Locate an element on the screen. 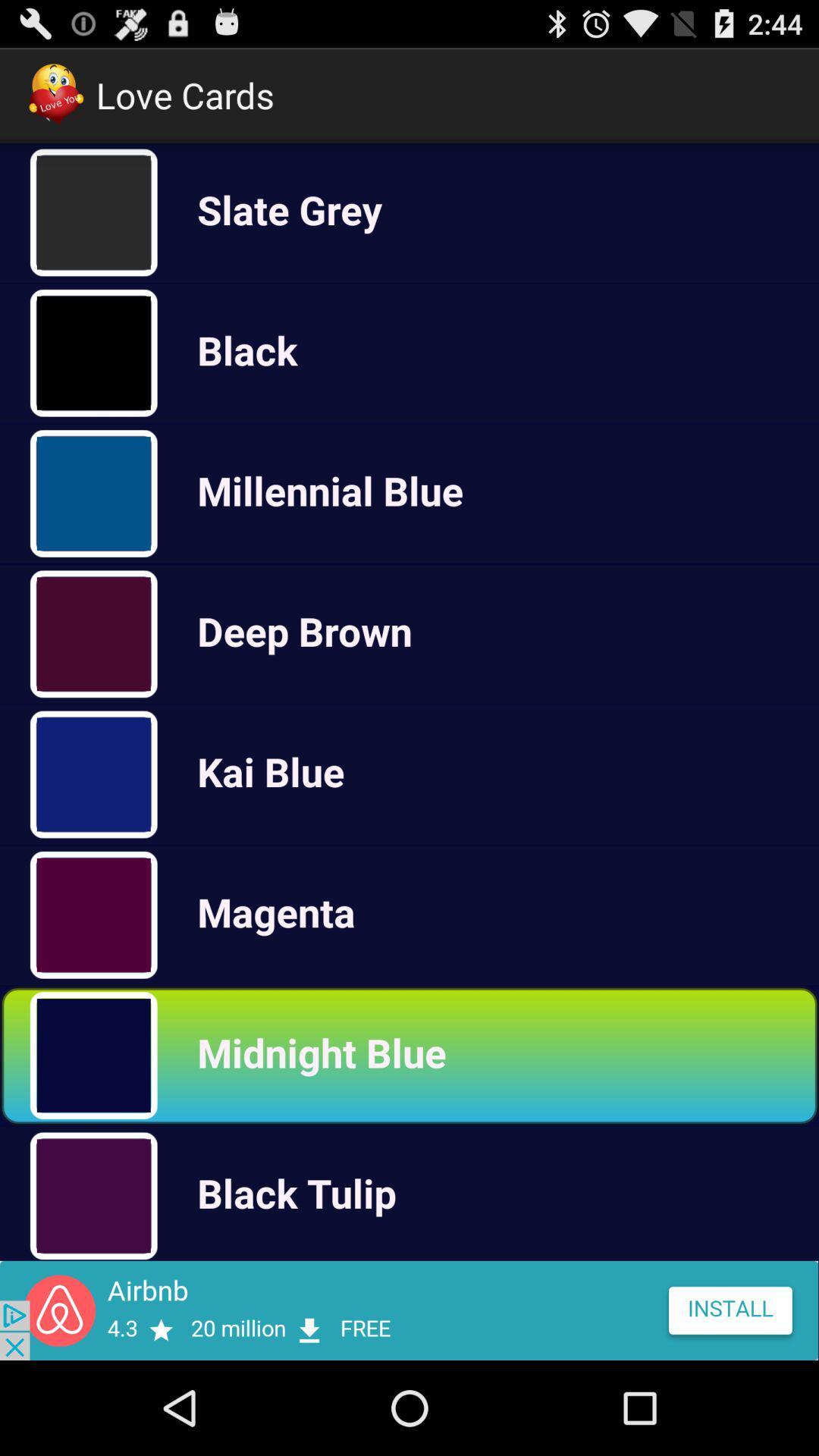 Image resolution: width=819 pixels, height=1456 pixels. install this app is located at coordinates (409, 1310).